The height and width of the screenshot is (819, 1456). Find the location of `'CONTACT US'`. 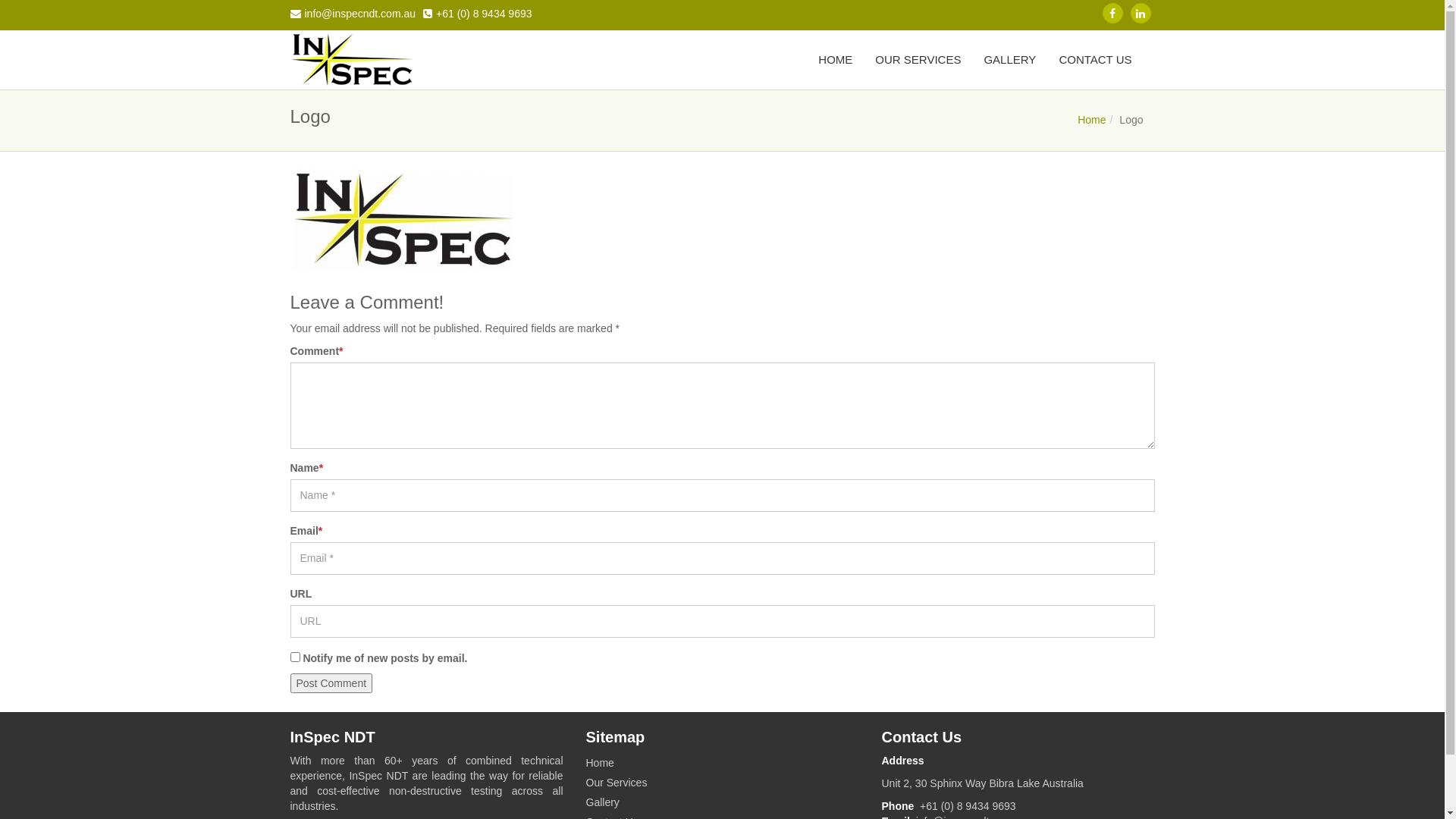

'CONTACT US' is located at coordinates (1095, 58).